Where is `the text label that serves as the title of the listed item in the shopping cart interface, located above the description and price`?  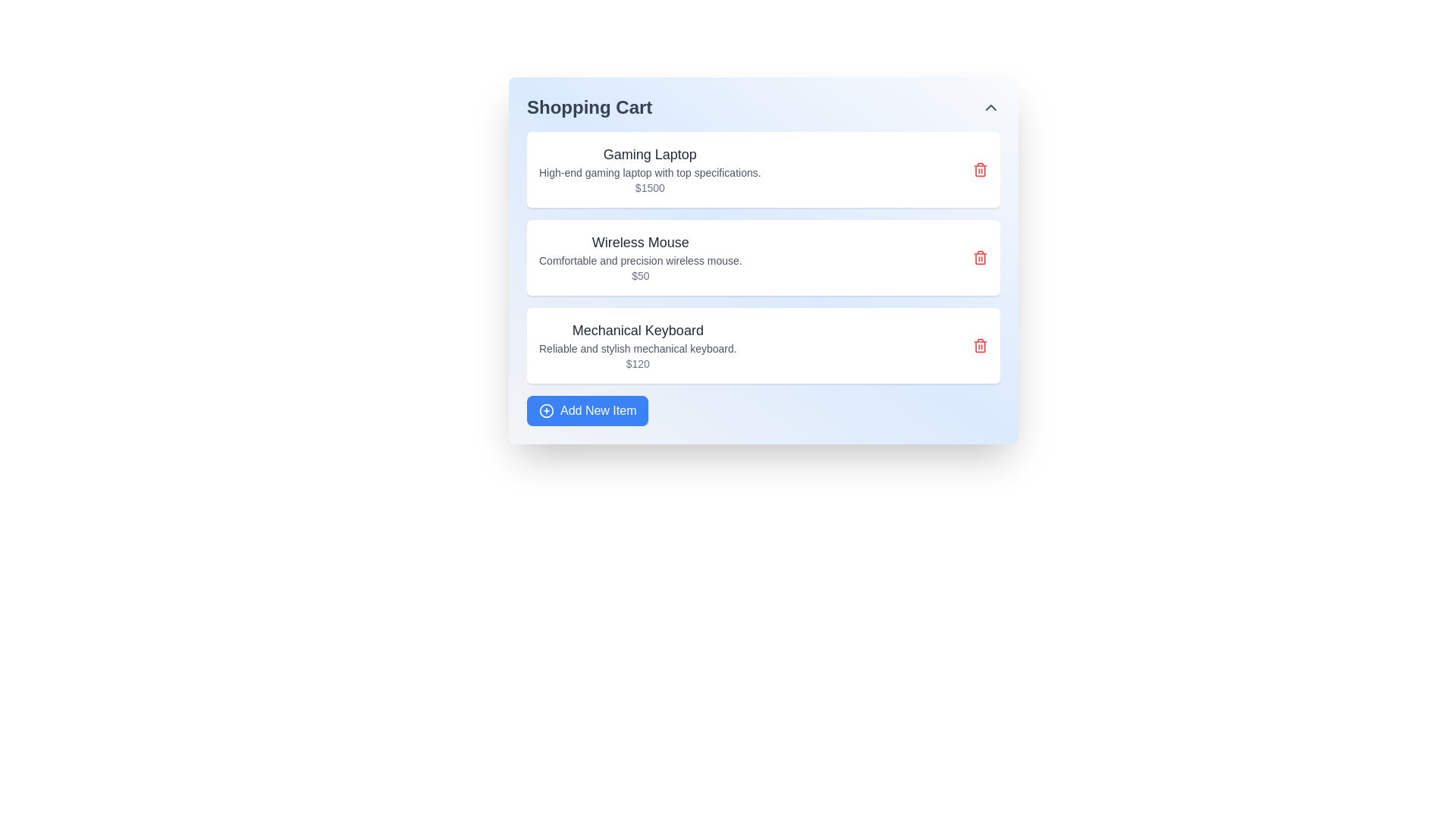
the text label that serves as the title of the listed item in the shopping cart interface, located above the description and price is located at coordinates (650, 155).